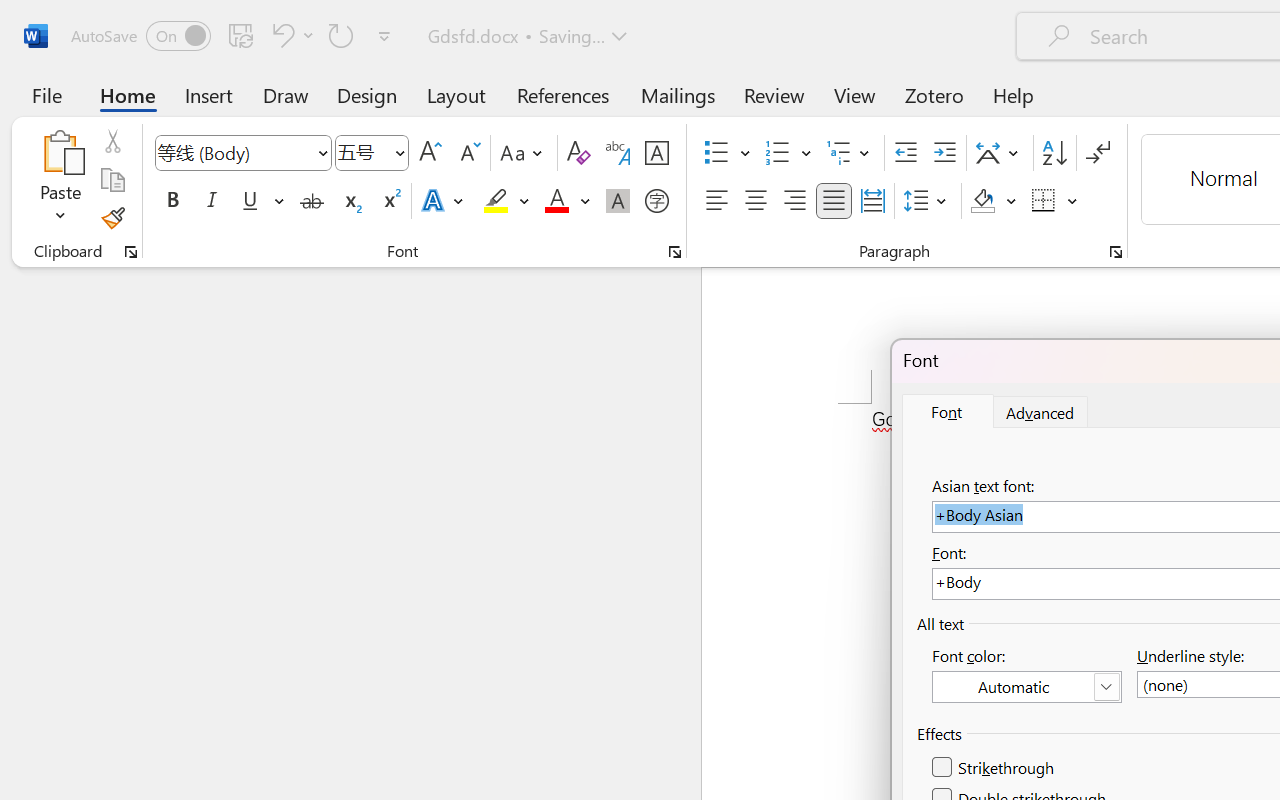 Image resolution: width=1280 pixels, height=800 pixels. I want to click on 'Subscript', so click(350, 201).